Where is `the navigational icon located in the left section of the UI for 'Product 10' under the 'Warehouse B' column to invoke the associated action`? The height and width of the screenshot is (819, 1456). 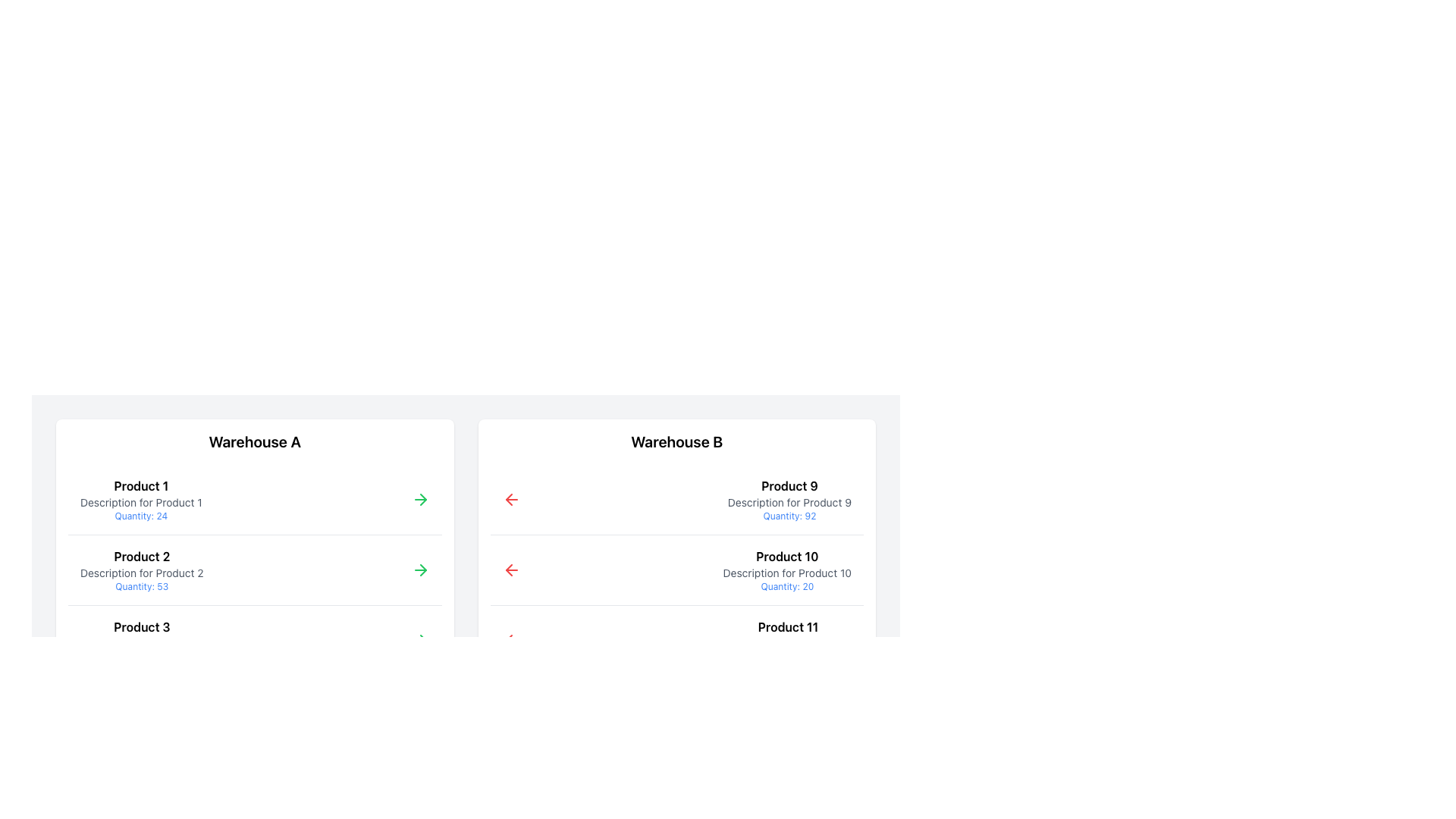 the navigational icon located in the left section of the UI for 'Product 10' under the 'Warehouse B' column to invoke the associated action is located at coordinates (509, 570).